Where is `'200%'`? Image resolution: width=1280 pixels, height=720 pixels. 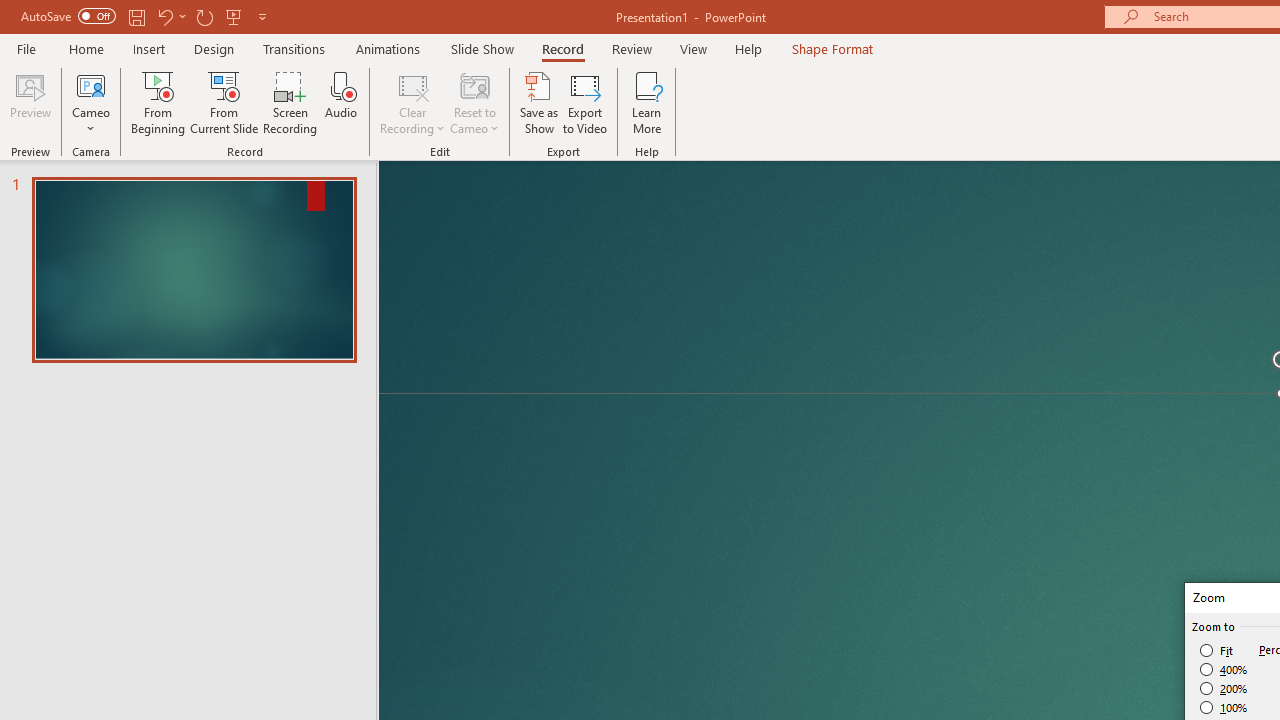
'200%' is located at coordinates (1223, 688).